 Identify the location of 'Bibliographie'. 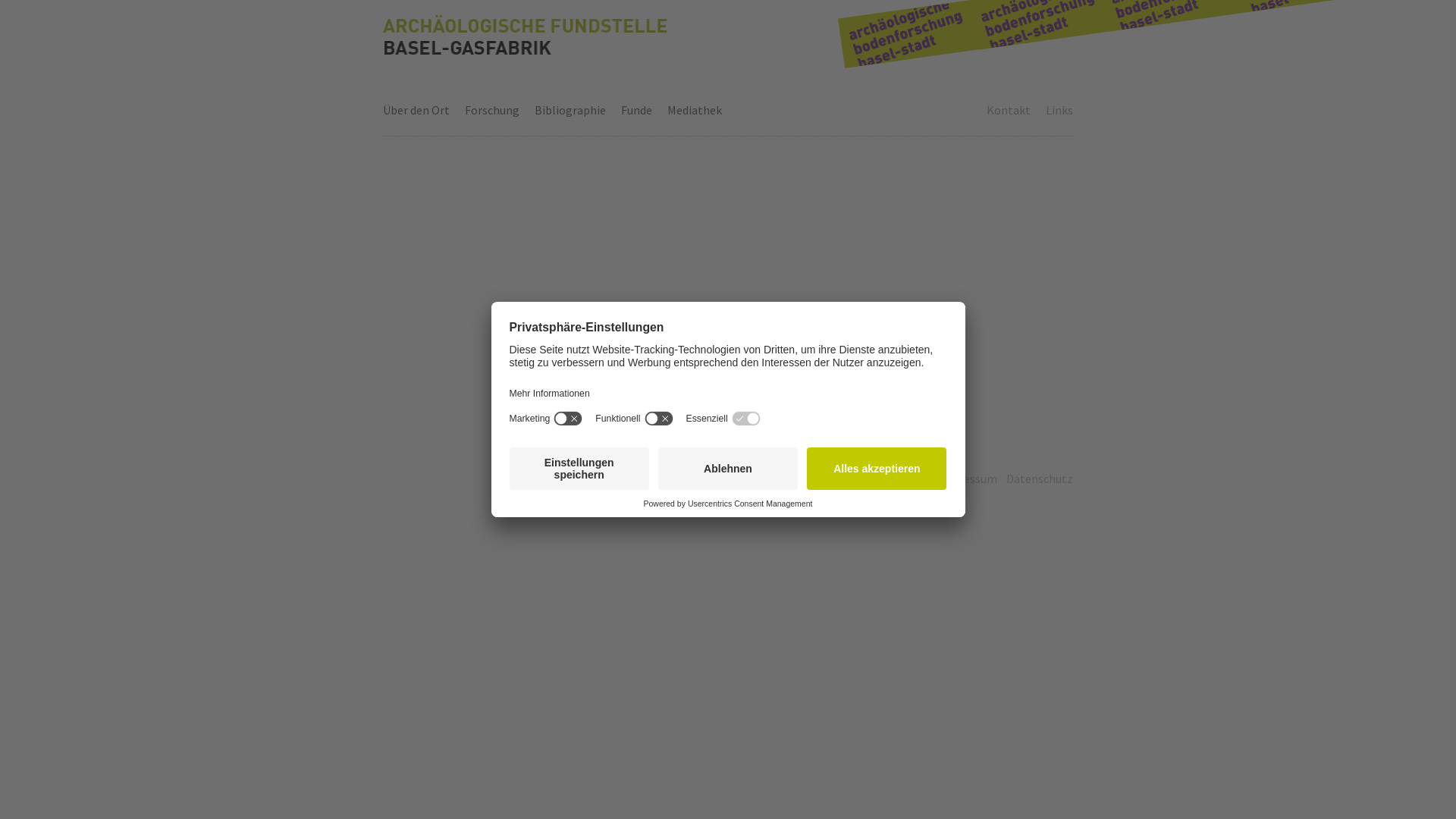
(570, 109).